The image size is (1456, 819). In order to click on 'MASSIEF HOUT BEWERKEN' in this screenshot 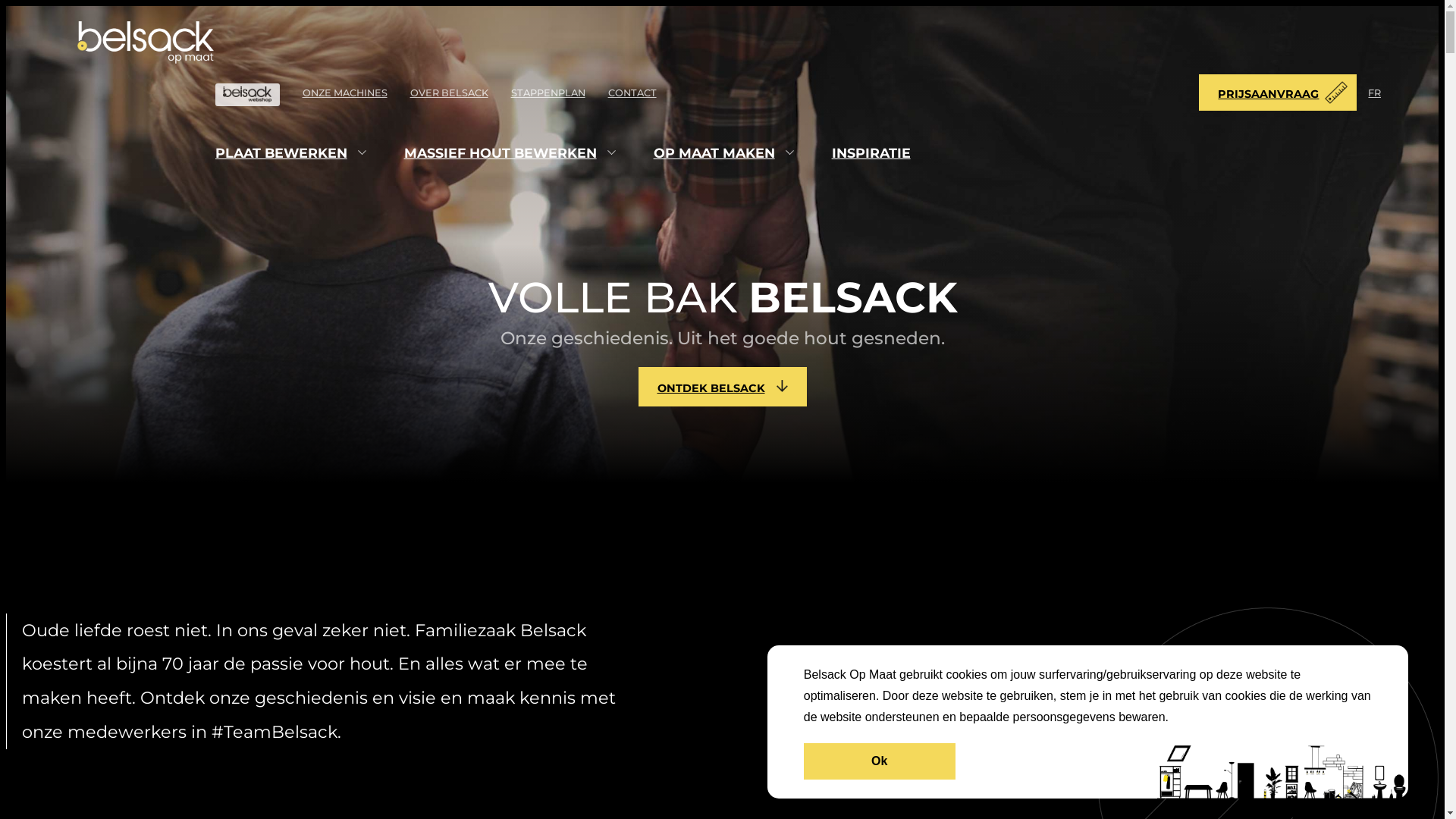, I will do `click(500, 152)`.